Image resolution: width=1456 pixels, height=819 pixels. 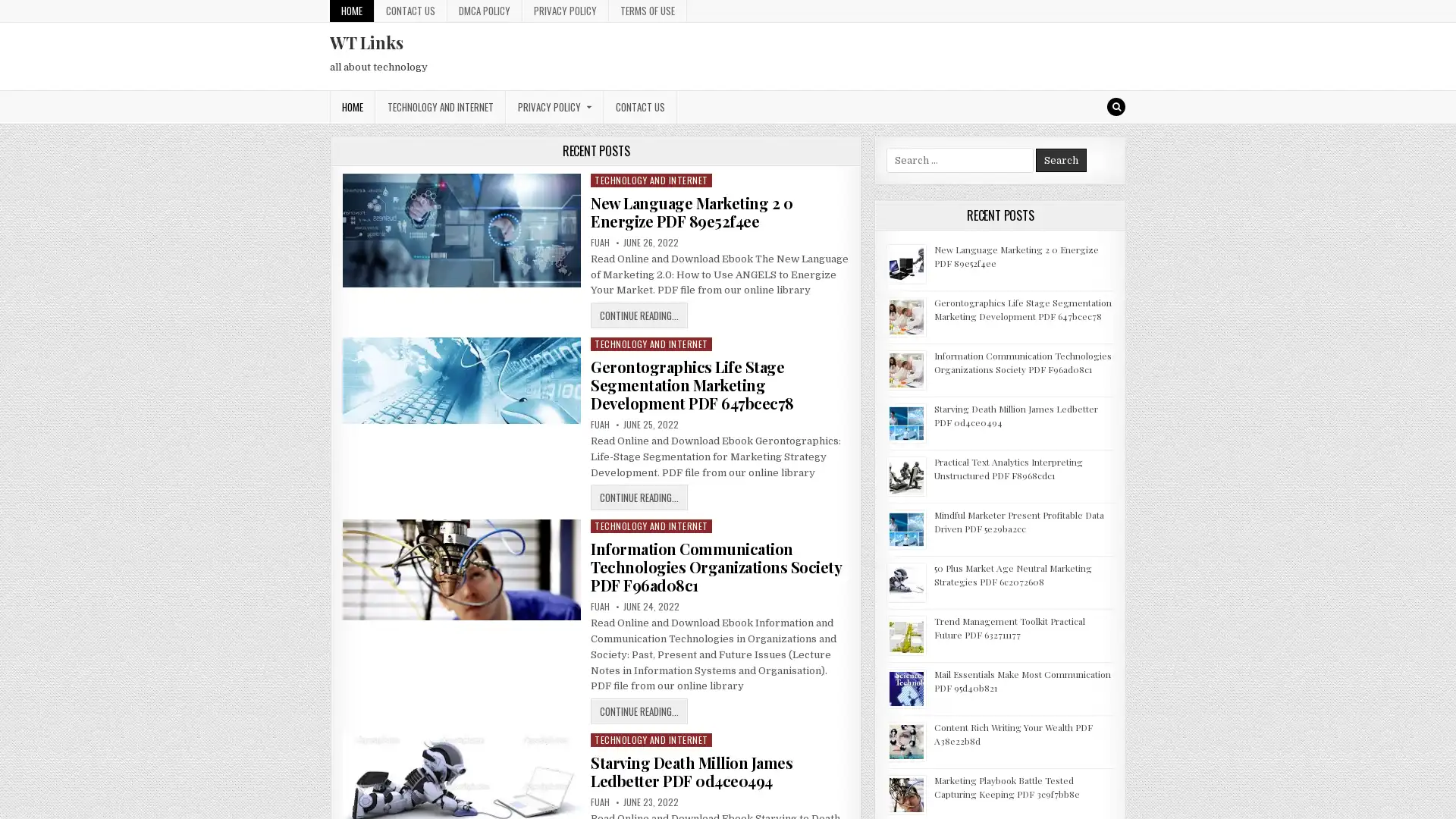 What do you see at coordinates (1060, 160) in the screenshot?
I see `Search` at bounding box center [1060, 160].